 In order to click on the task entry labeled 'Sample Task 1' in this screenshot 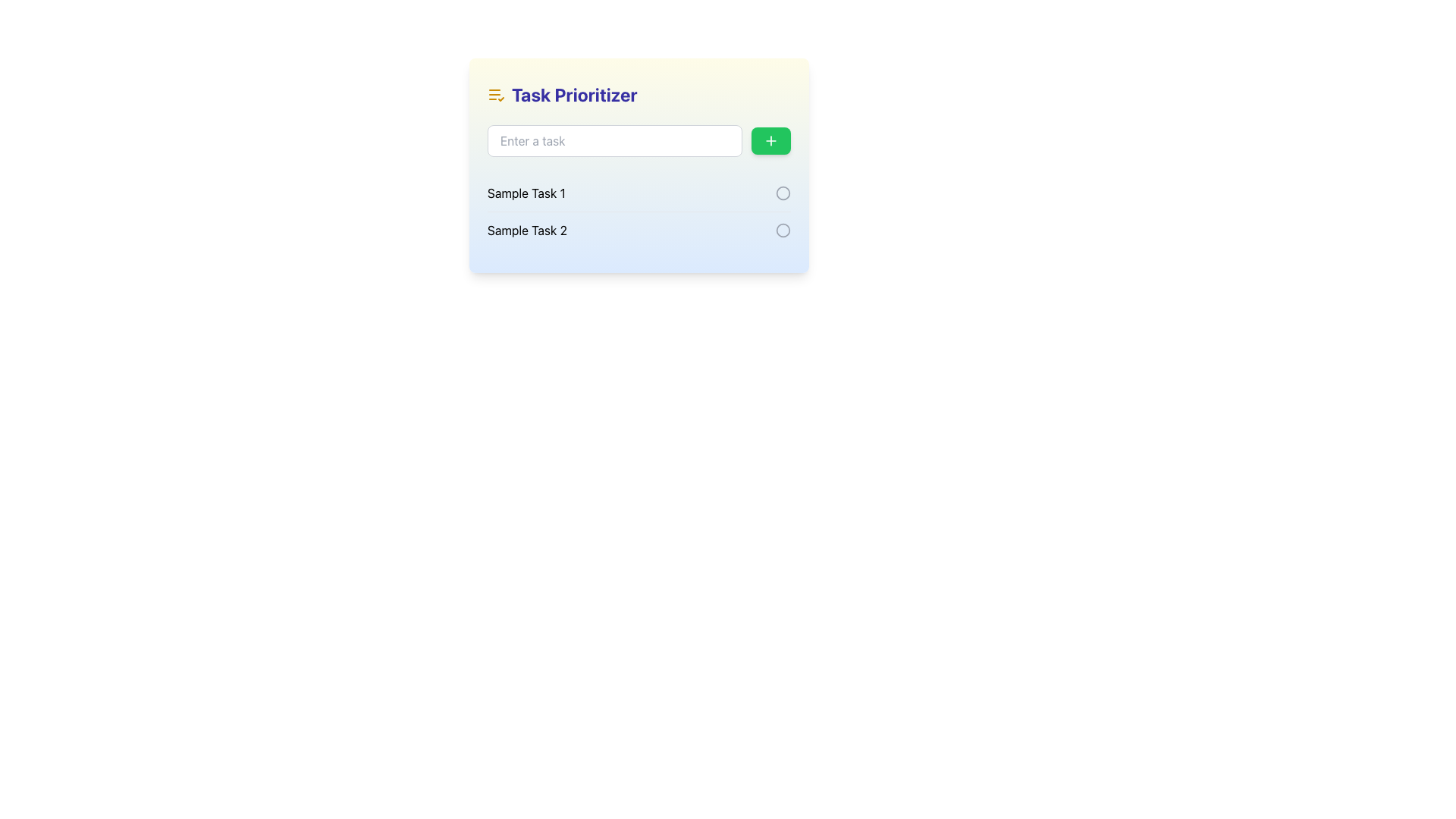, I will do `click(639, 192)`.